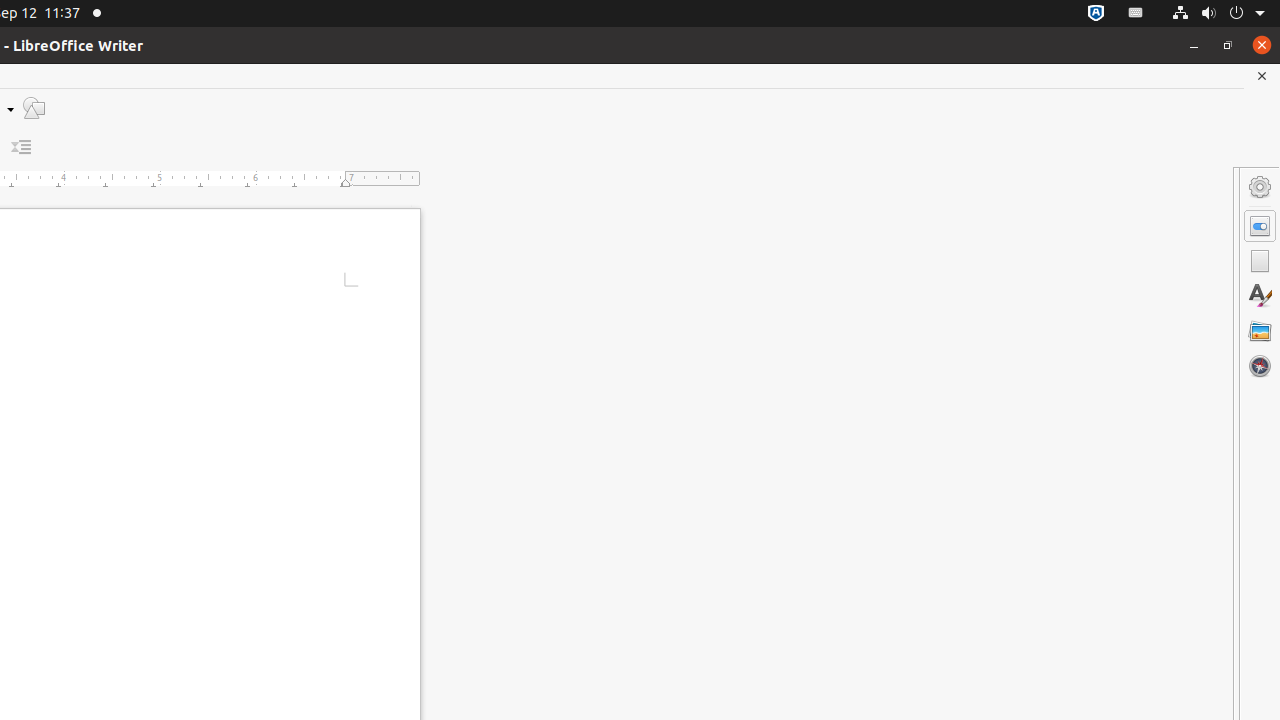 This screenshot has width=1280, height=720. Describe the element at coordinates (1259, 225) in the screenshot. I see `'Properties'` at that location.